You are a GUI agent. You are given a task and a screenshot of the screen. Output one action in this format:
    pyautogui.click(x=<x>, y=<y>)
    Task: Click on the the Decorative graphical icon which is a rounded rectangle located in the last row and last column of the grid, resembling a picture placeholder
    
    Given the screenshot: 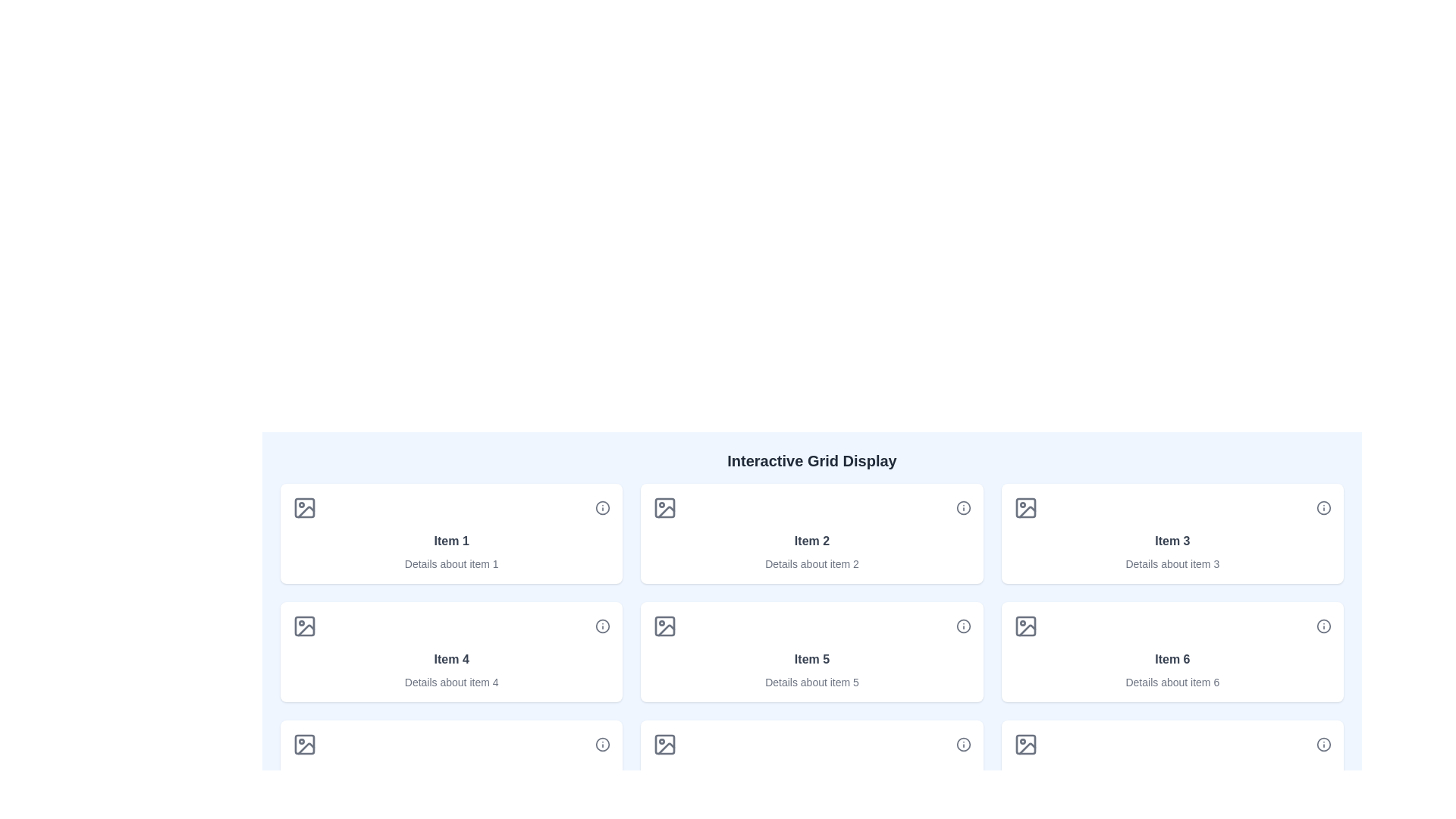 What is the action you would take?
    pyautogui.click(x=1025, y=744)
    